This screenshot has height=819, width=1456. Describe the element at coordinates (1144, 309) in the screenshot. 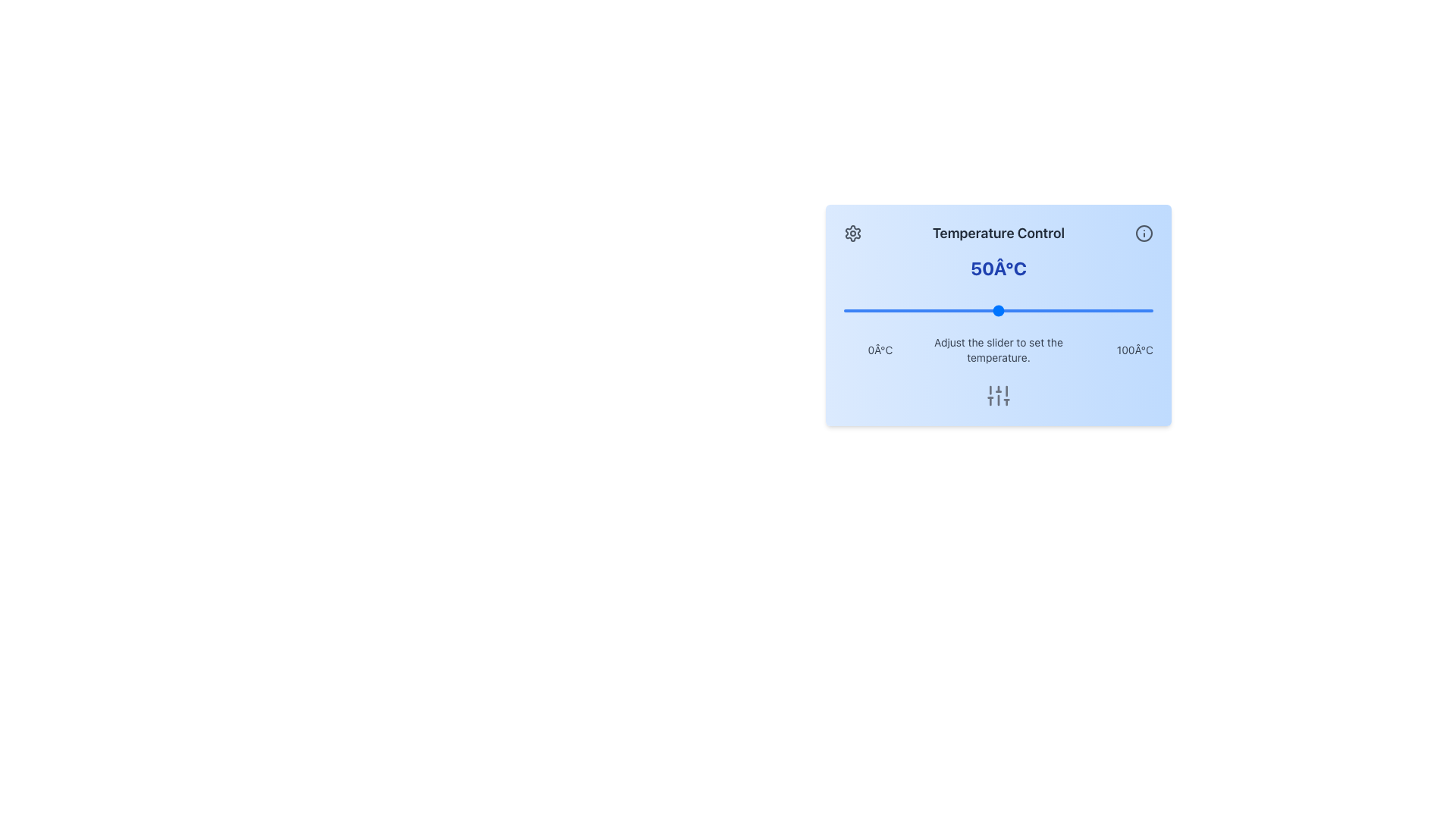

I see `temperature` at that location.